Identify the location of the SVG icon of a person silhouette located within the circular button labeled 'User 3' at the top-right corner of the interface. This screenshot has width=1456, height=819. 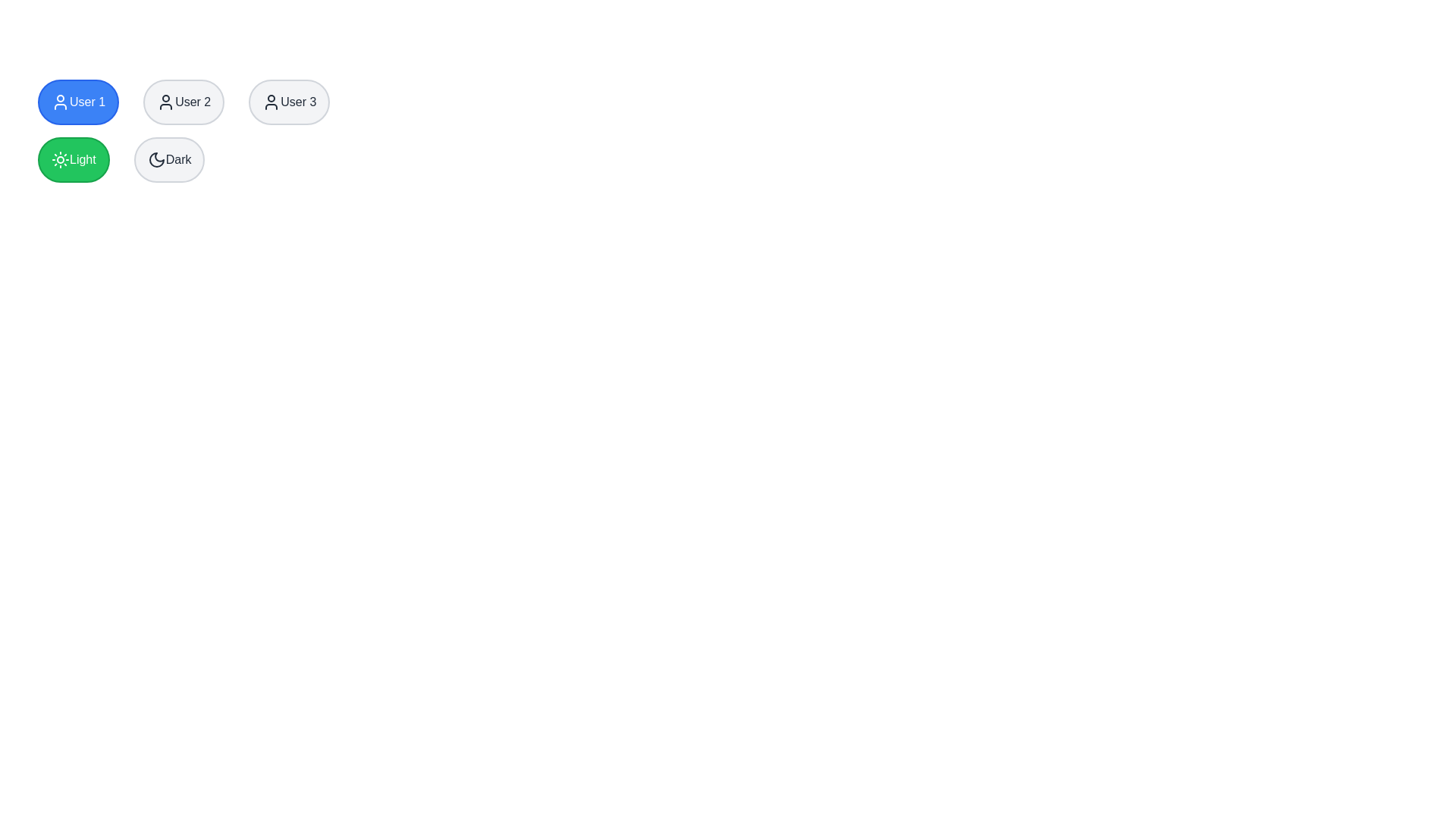
(271, 102).